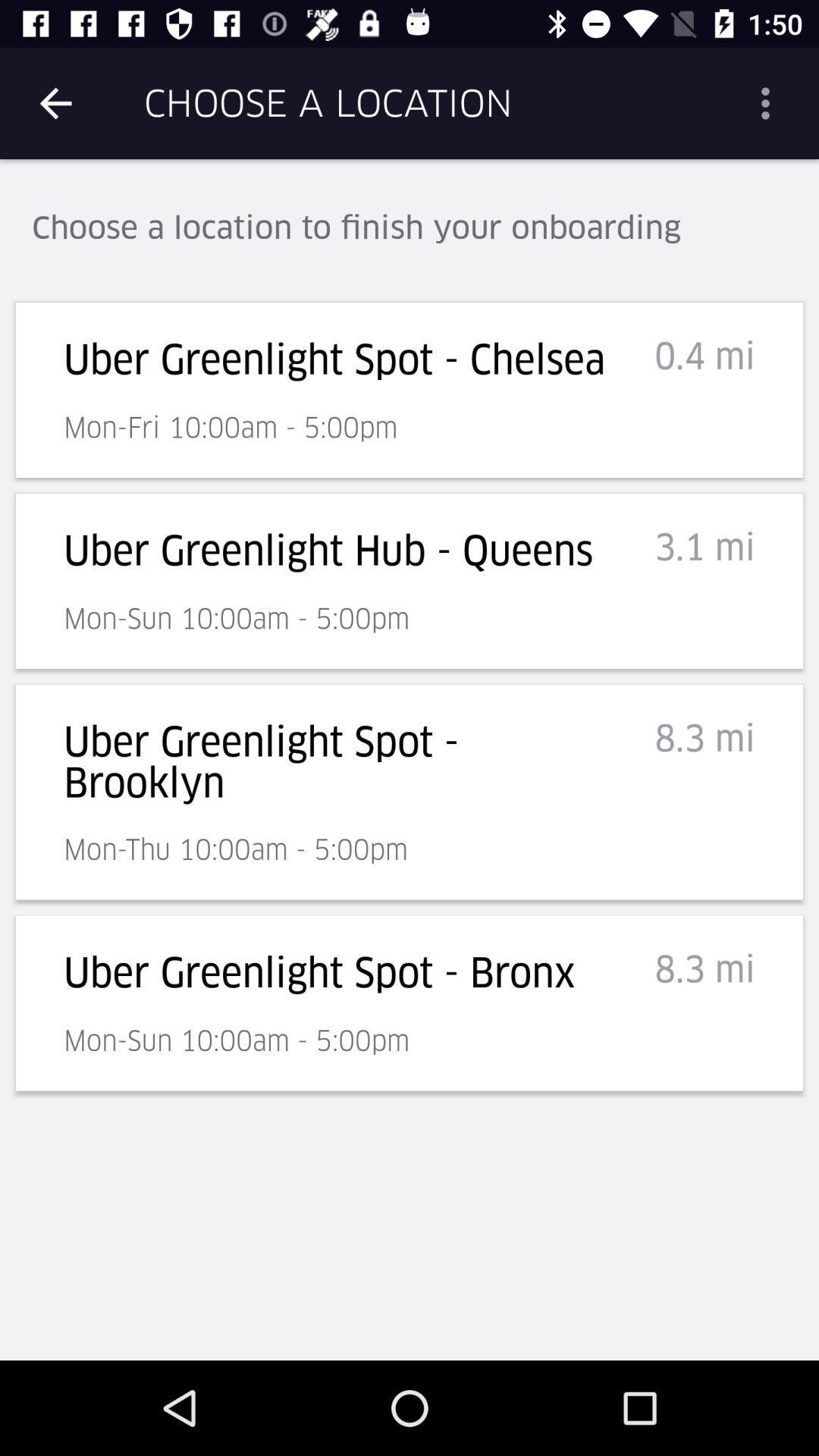  What do you see at coordinates (771, 102) in the screenshot?
I see `icon above the choose a location` at bounding box center [771, 102].